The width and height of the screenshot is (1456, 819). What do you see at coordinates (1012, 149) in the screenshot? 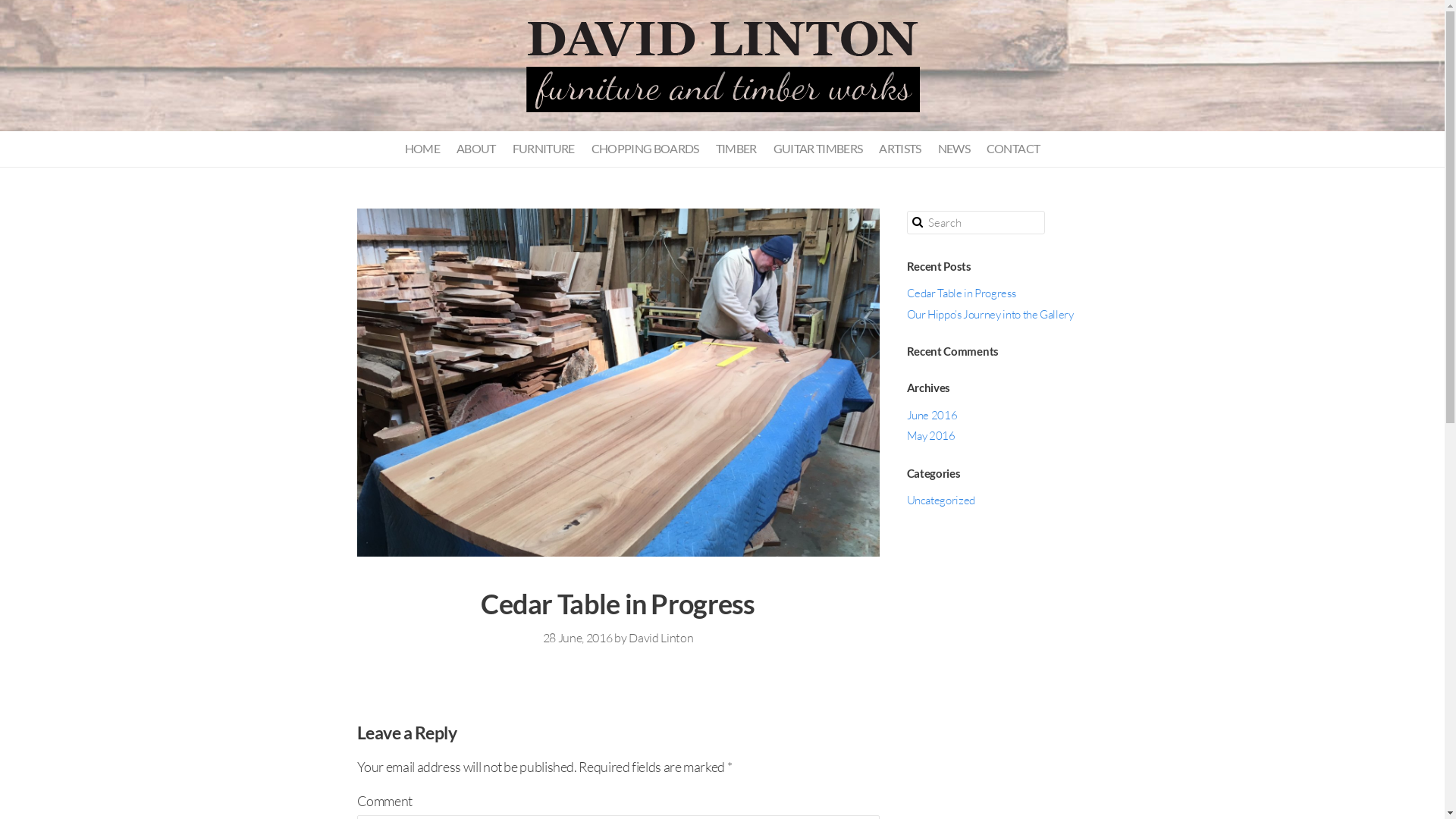
I see `'CONTACT'` at bounding box center [1012, 149].